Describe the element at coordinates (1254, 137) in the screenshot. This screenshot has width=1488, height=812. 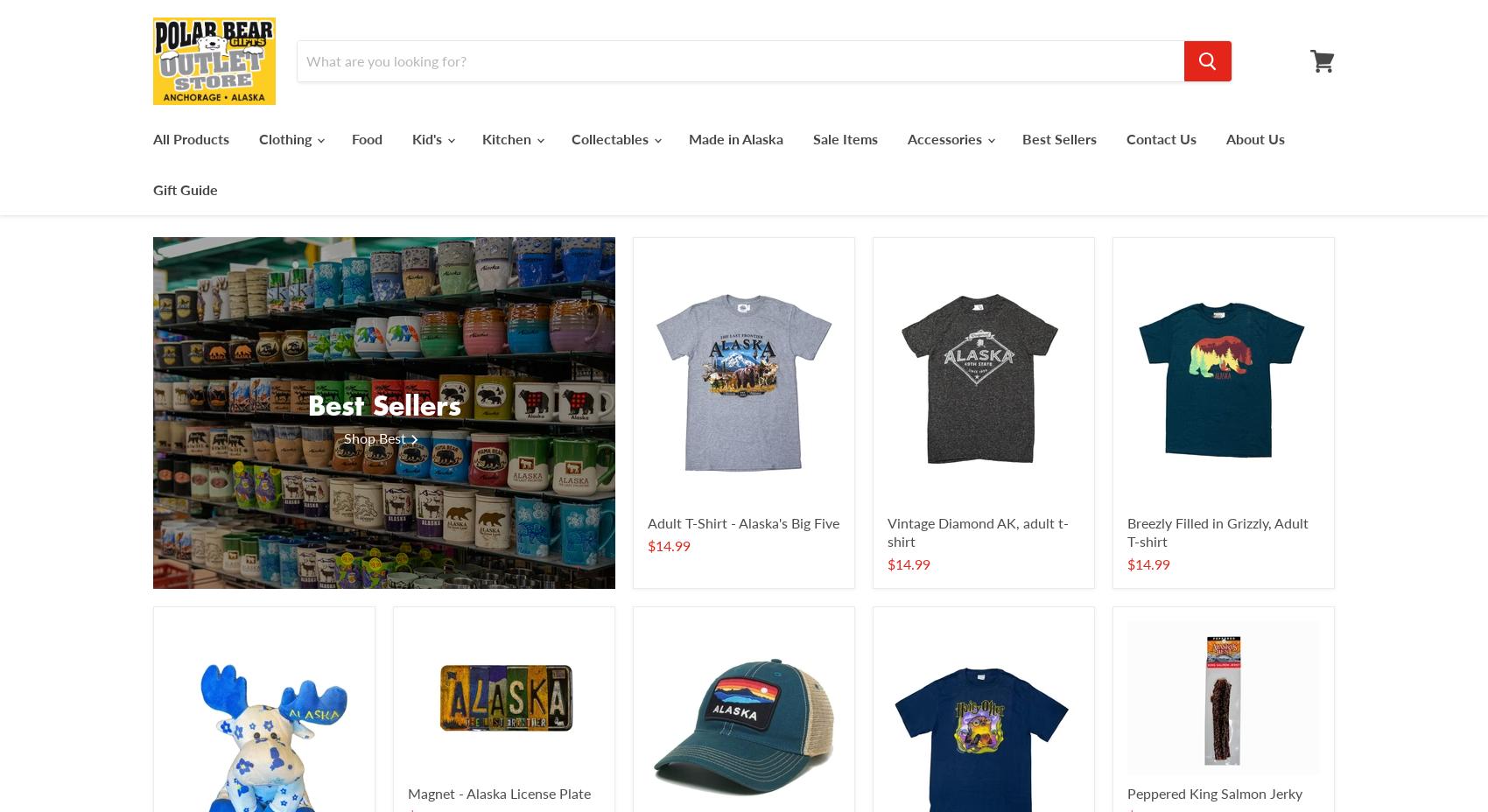
I see `'About Us'` at that location.